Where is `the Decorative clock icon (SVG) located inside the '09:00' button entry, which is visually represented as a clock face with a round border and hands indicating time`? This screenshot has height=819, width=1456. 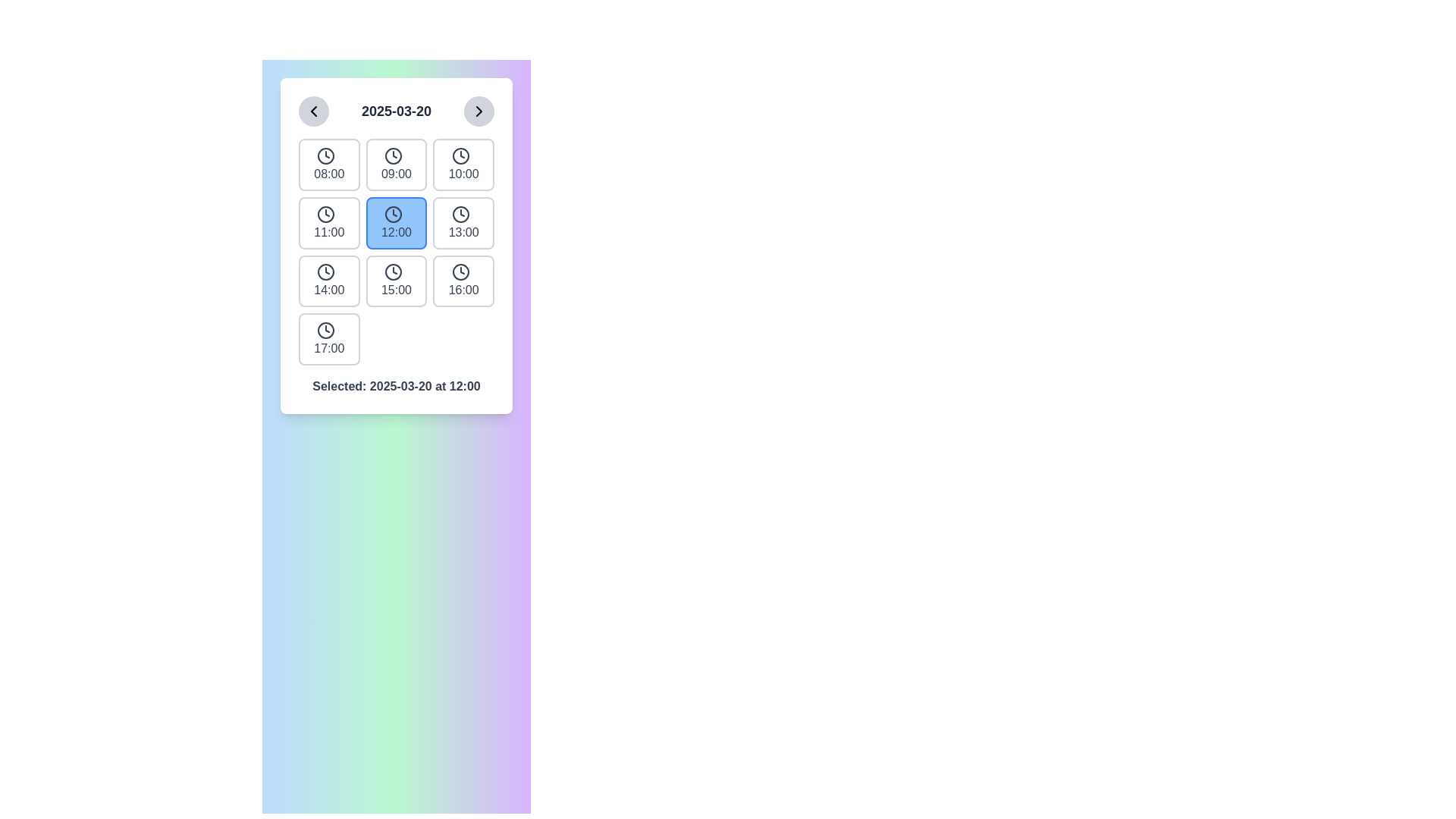
the Decorative clock icon (SVG) located inside the '09:00' button entry, which is visually represented as a clock face with a round border and hands indicating time is located at coordinates (393, 155).